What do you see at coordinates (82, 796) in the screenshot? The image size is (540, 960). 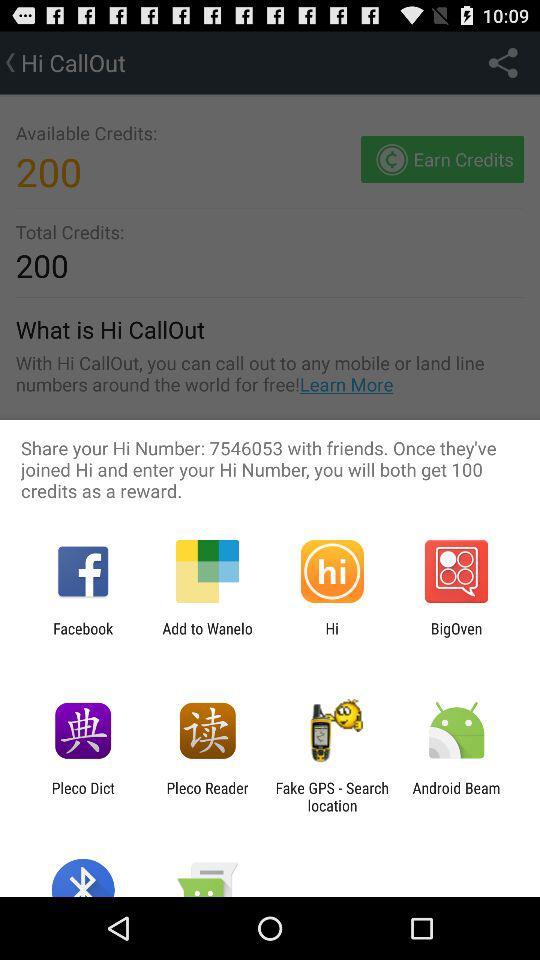 I see `item to the left of the pleco reader` at bounding box center [82, 796].